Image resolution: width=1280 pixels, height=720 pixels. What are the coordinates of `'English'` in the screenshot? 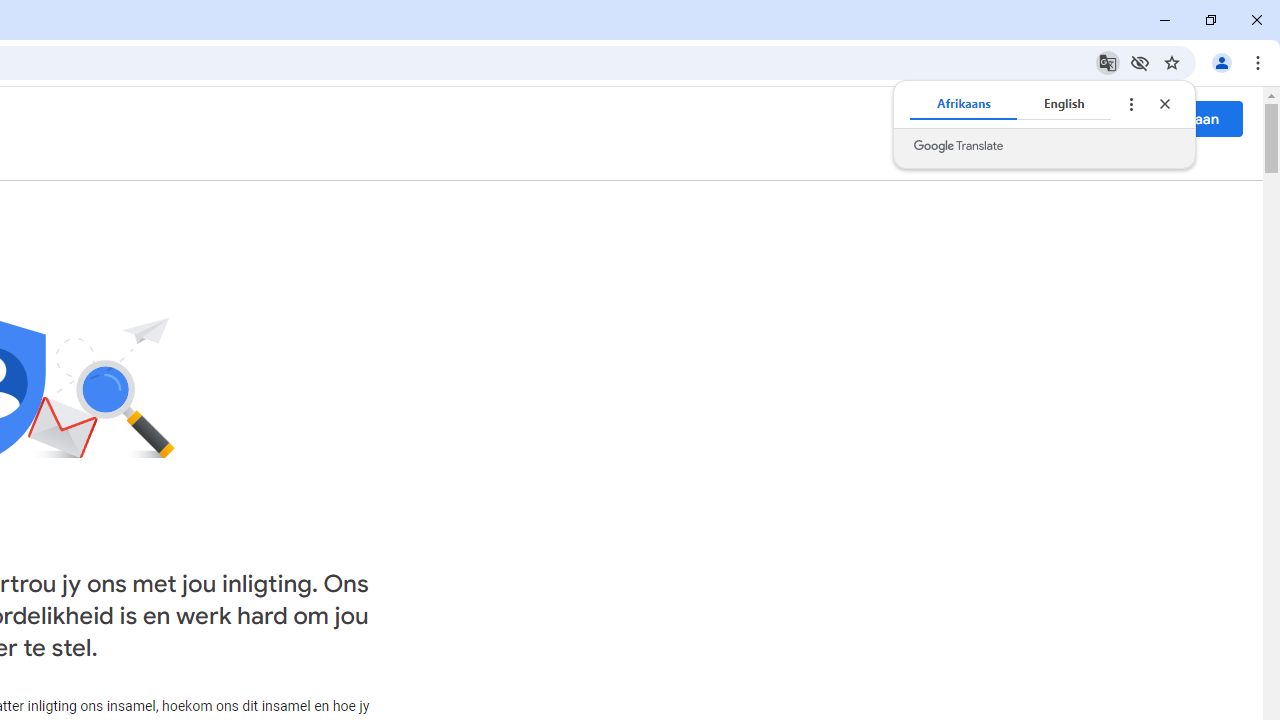 It's located at (1063, 104).